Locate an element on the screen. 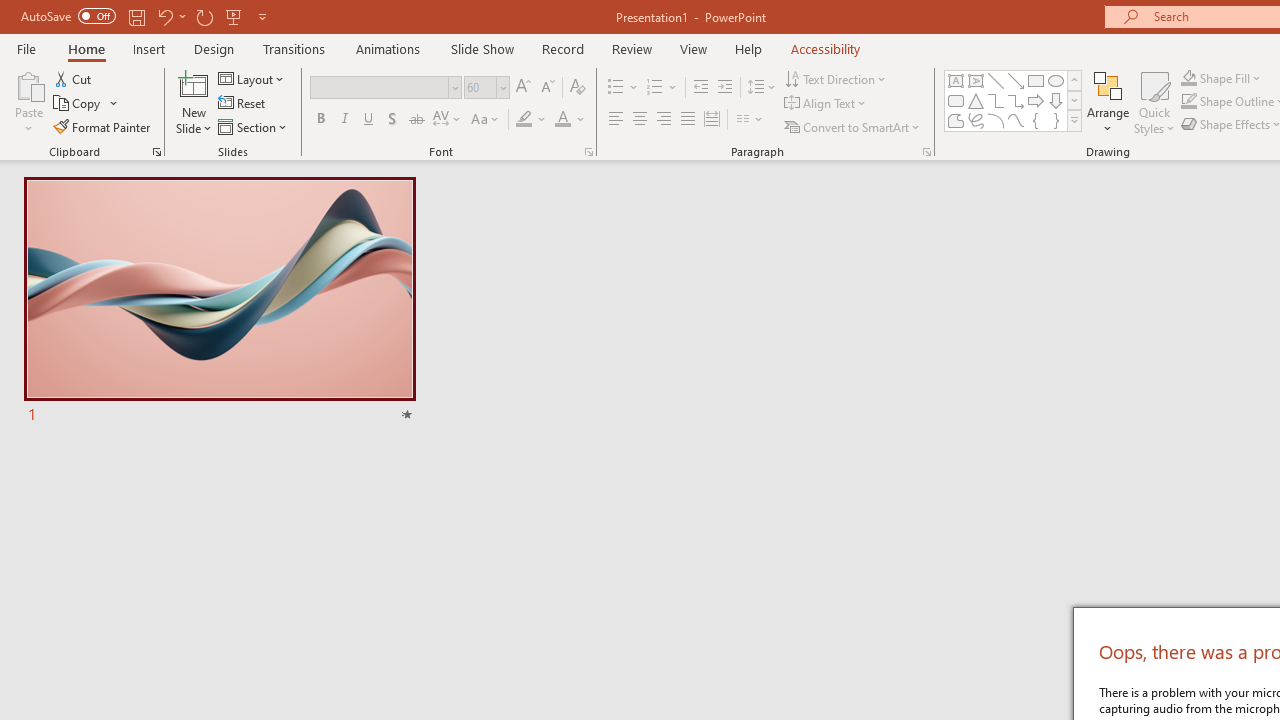 This screenshot has height=720, width=1280. 'Italic' is located at coordinates (344, 119).